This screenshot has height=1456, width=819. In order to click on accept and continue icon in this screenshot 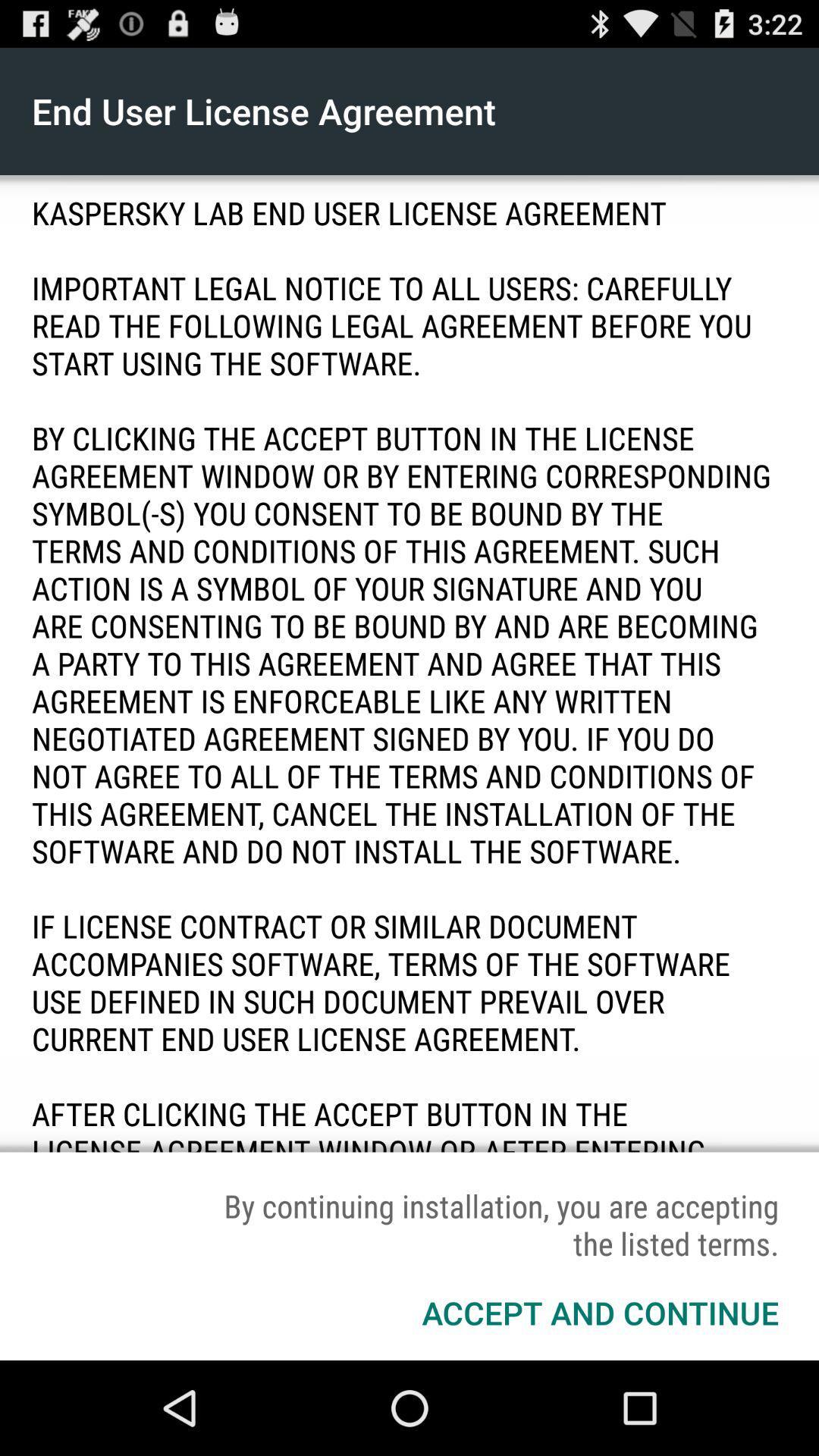, I will do `click(599, 1312)`.